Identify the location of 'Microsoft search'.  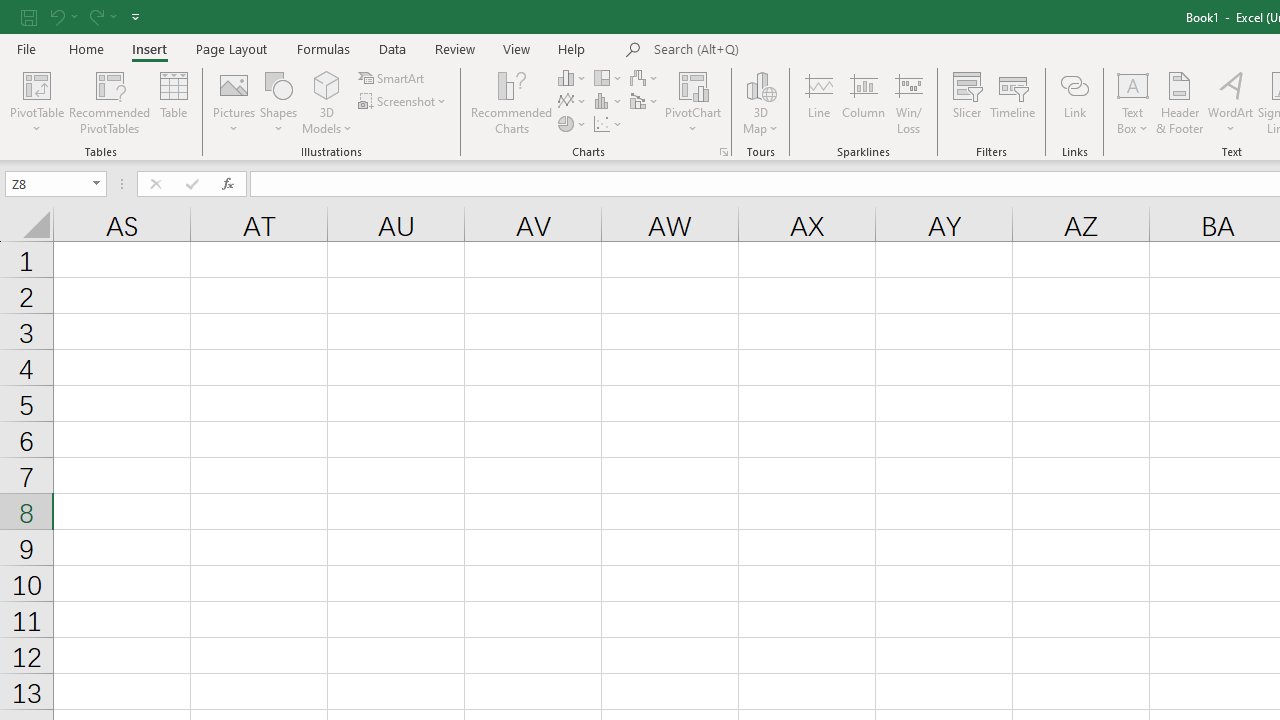
(791, 49).